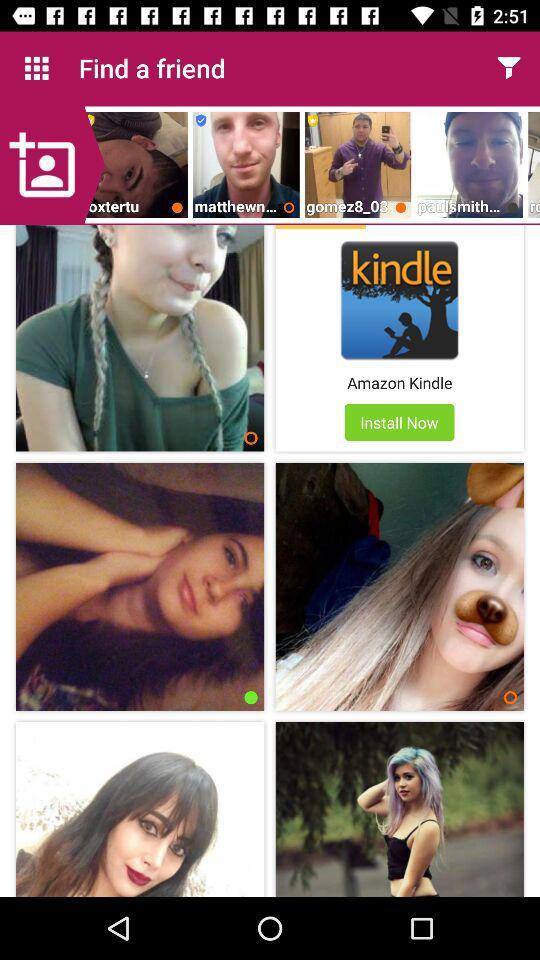  What do you see at coordinates (36, 68) in the screenshot?
I see `icon to the left of the find a friend icon` at bounding box center [36, 68].